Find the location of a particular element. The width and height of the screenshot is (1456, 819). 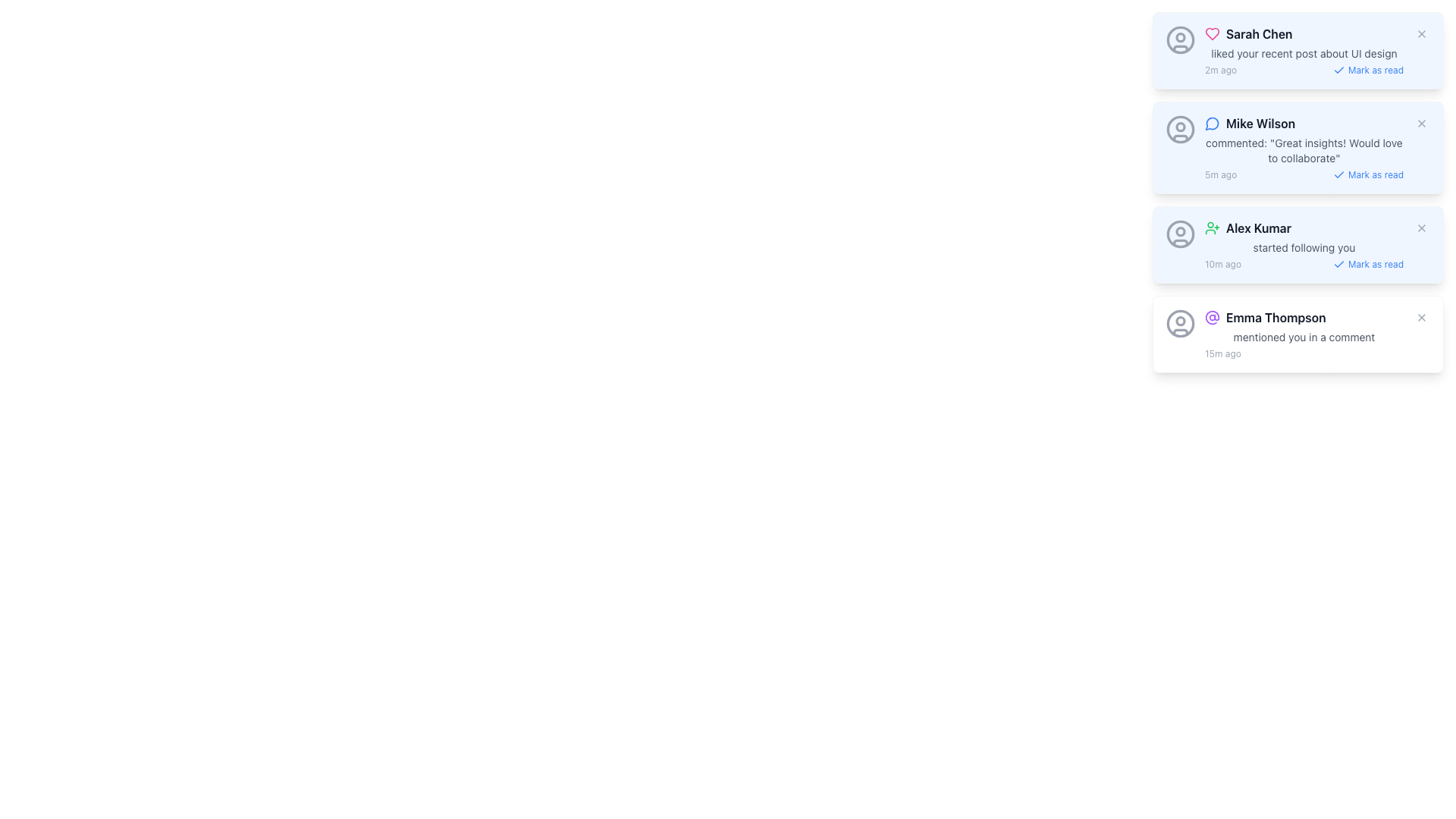

the text label displaying 'Mike Wilson' which is prominently styled in bold dark gray within a notification card located in the second position of a vertical list is located at coordinates (1260, 122).